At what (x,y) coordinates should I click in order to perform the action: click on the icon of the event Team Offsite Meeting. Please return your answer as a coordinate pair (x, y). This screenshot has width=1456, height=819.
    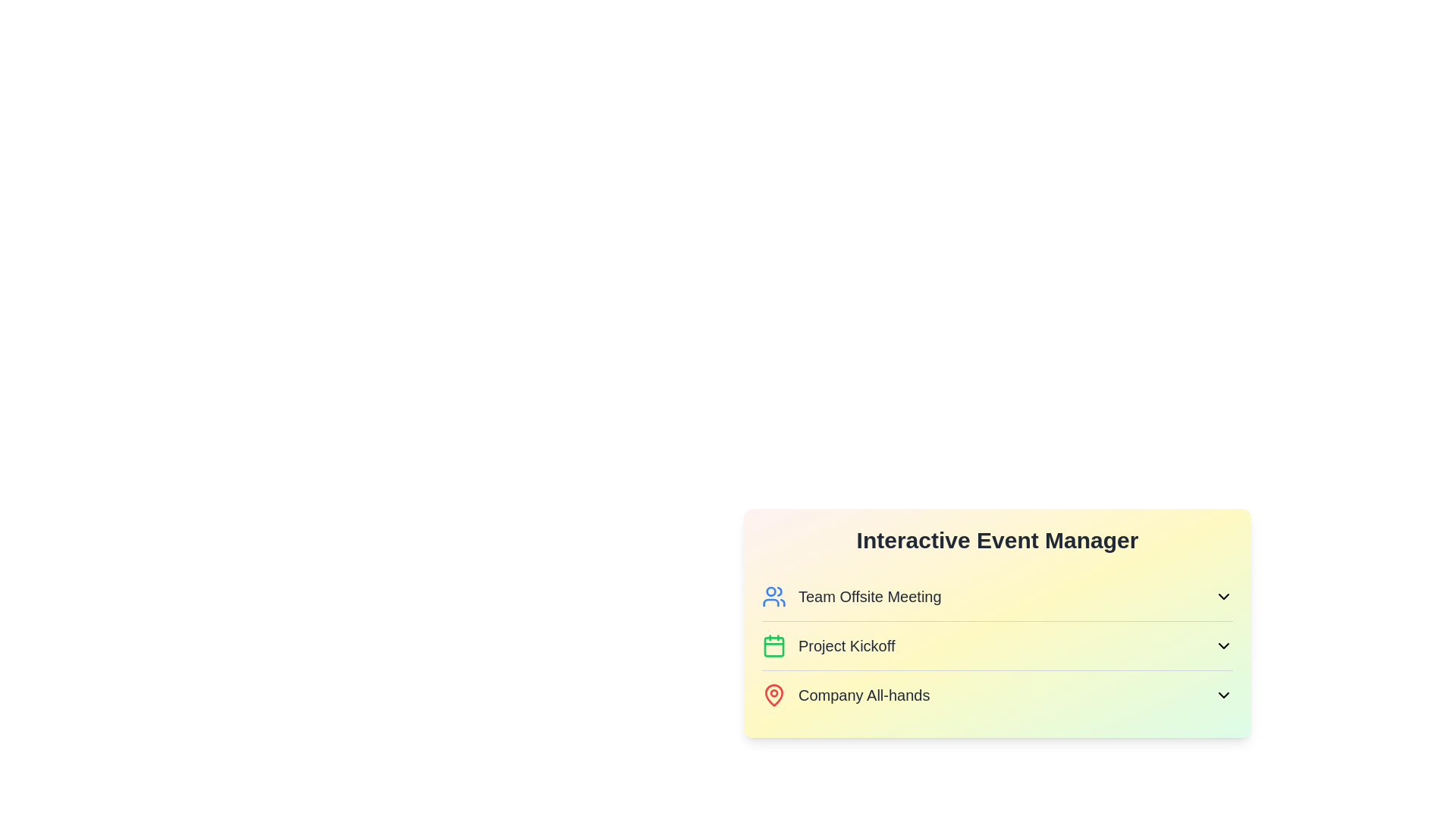
    Looking at the image, I should click on (774, 595).